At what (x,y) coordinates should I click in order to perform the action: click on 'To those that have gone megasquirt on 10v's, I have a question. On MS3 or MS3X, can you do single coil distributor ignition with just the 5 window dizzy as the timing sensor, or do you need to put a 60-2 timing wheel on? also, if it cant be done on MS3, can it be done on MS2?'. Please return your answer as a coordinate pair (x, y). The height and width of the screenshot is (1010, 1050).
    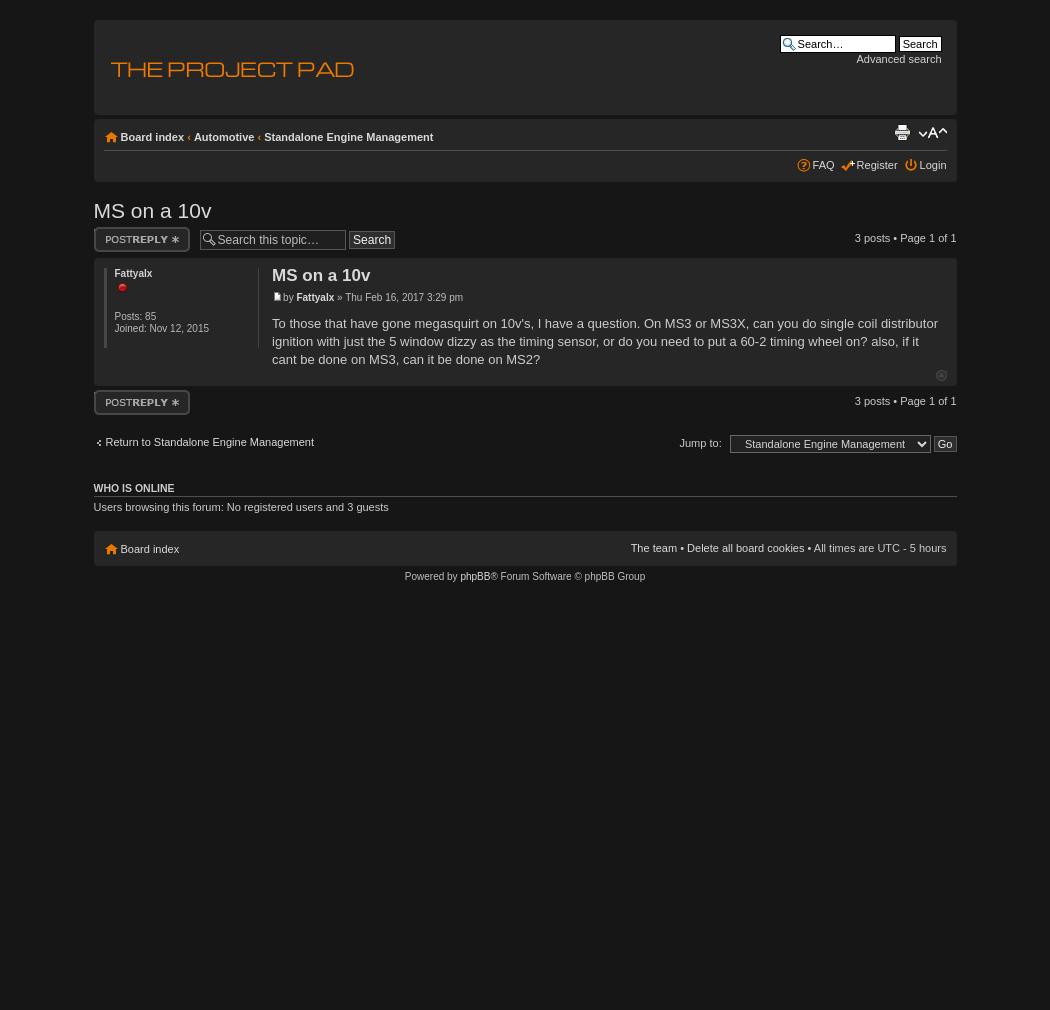
    Looking at the image, I should click on (604, 340).